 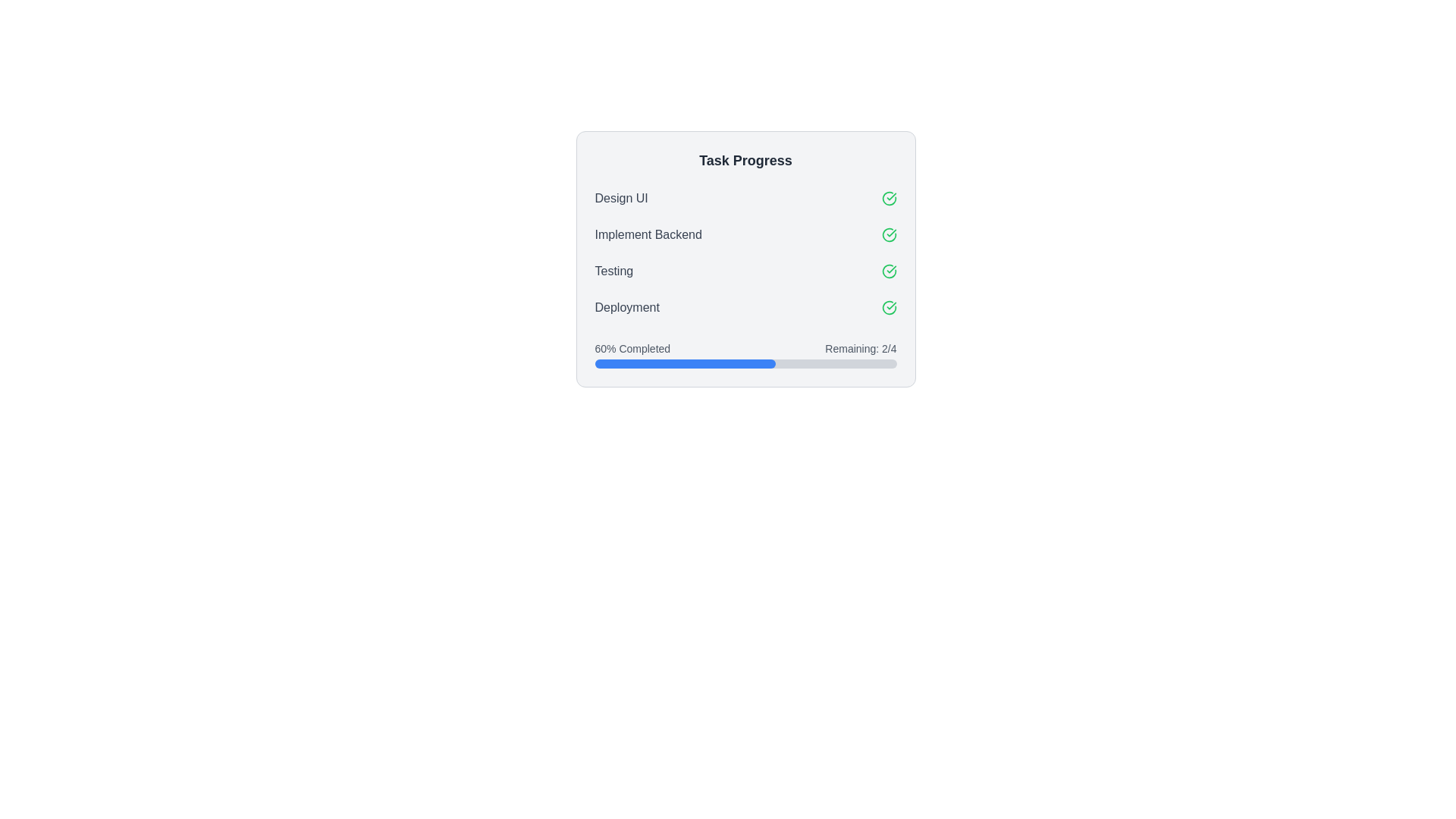 I want to click on the completion icon located to the right of the 'Design UI' text, which indicates the task's completion in the task progress panel, so click(x=889, y=198).